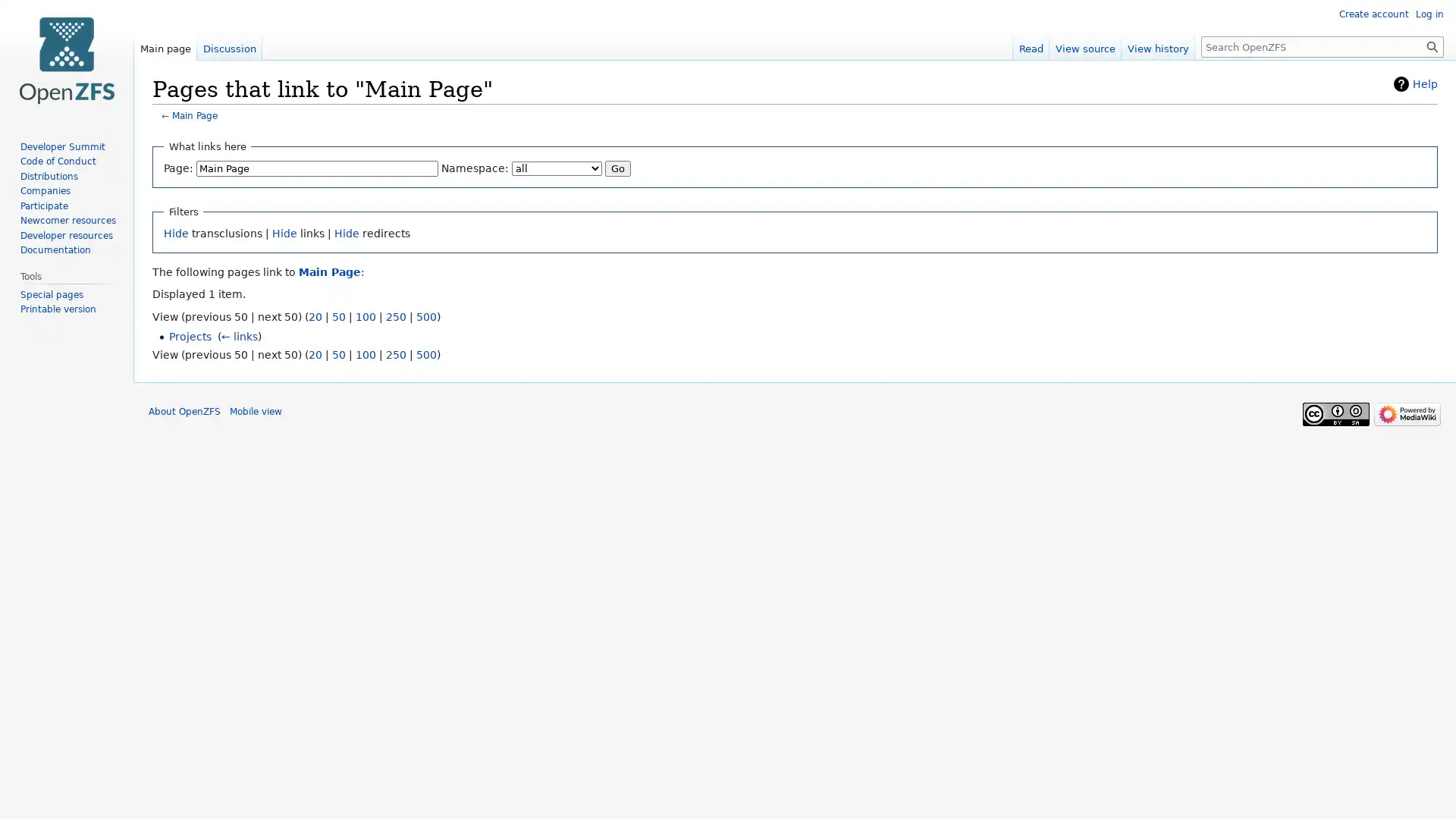 The width and height of the screenshot is (1456, 819). What do you see at coordinates (1432, 45) in the screenshot?
I see `Search` at bounding box center [1432, 45].